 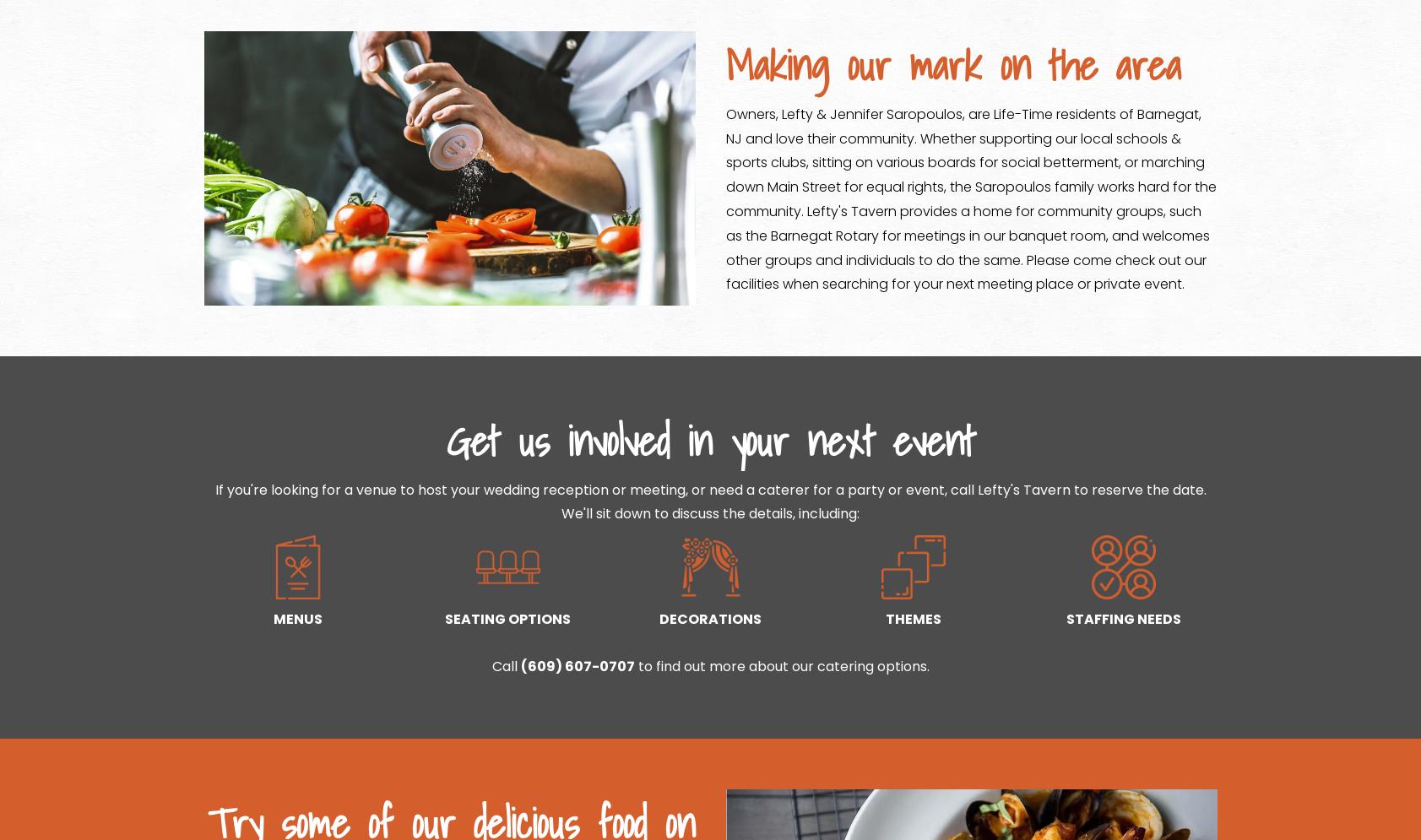 I want to click on 'to find out more about our catering options.', so click(x=636, y=665).